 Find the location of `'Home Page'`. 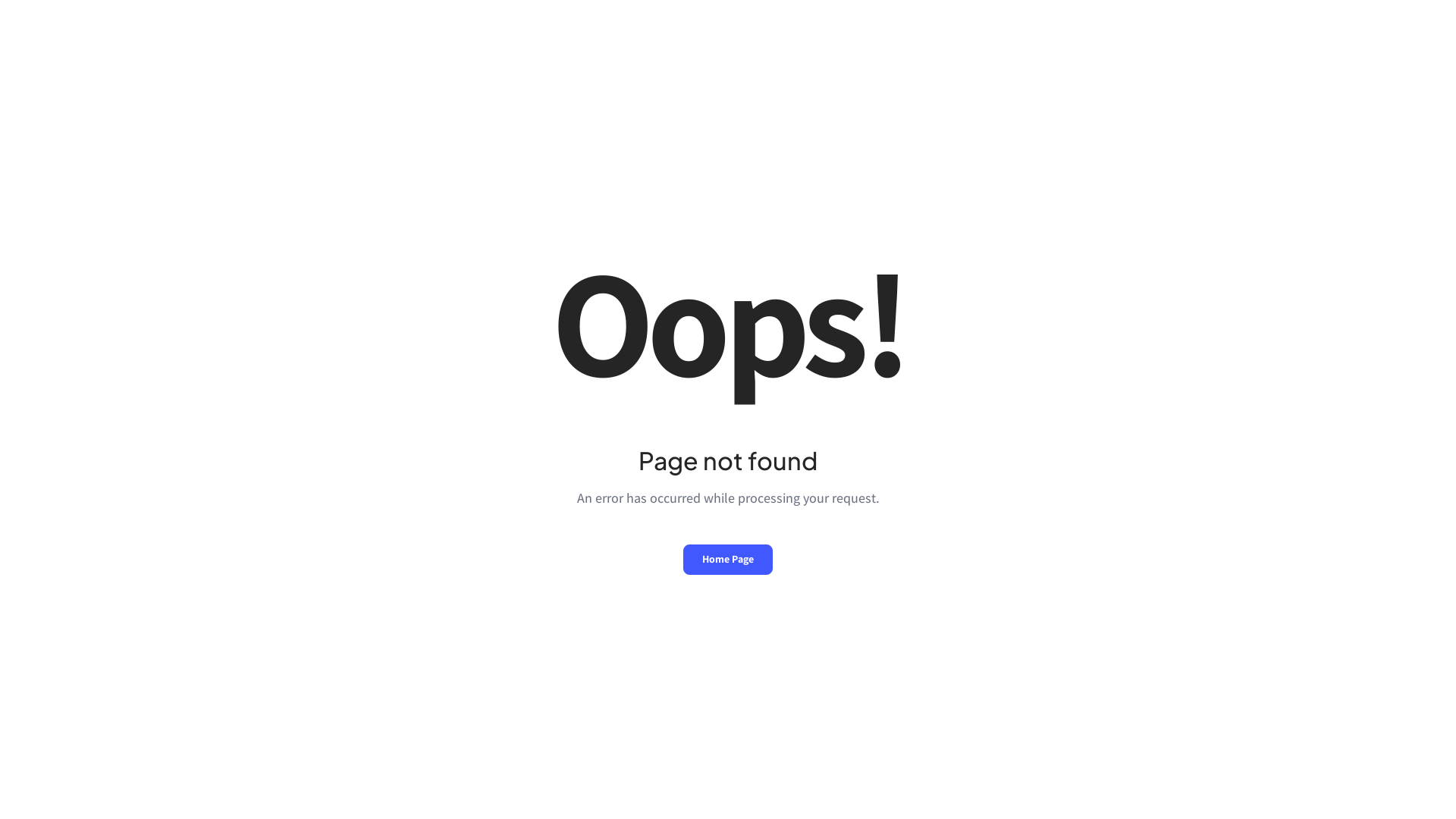

'Home Page' is located at coordinates (728, 559).